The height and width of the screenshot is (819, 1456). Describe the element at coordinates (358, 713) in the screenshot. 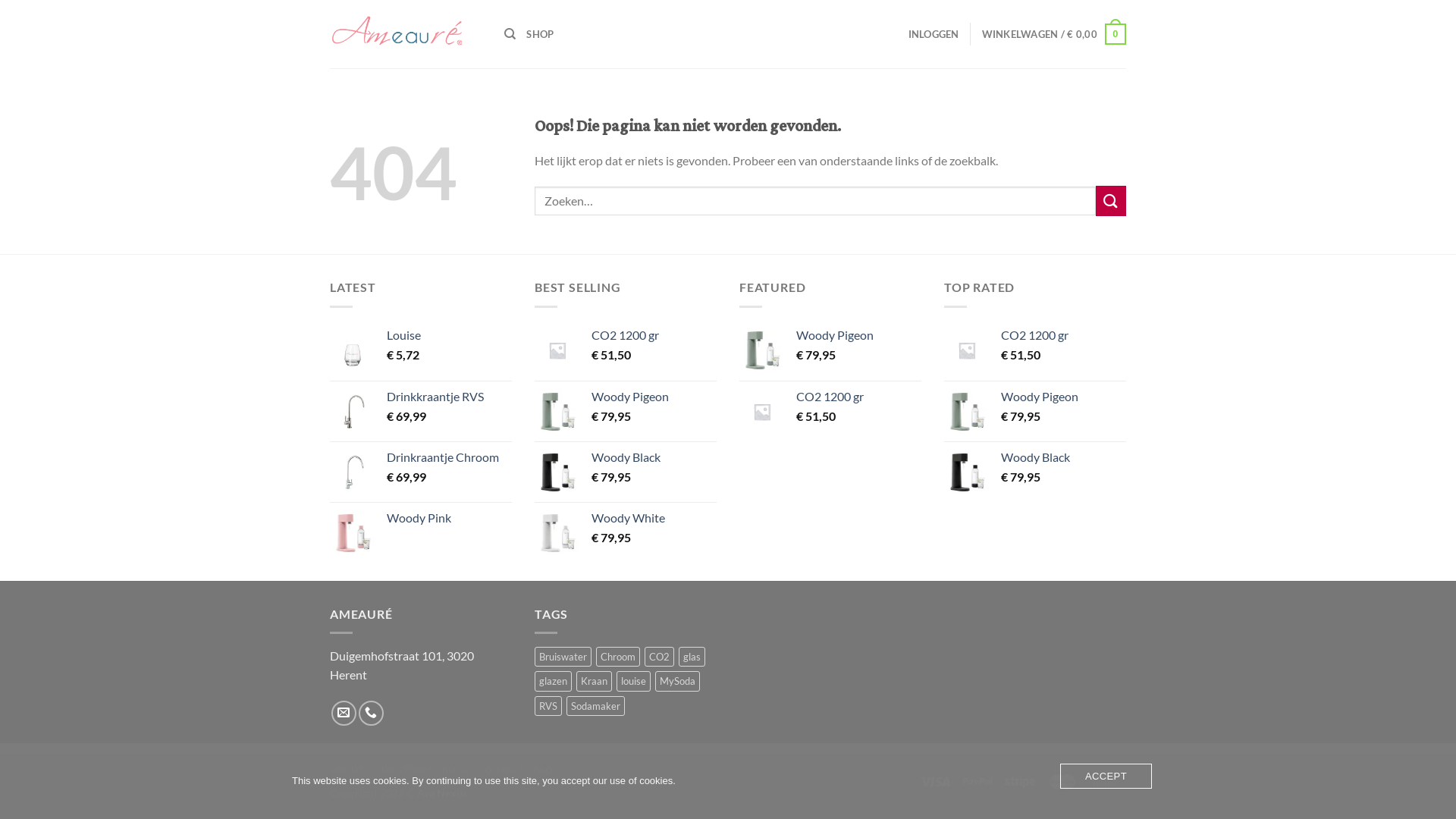

I see `'Call us'` at that location.